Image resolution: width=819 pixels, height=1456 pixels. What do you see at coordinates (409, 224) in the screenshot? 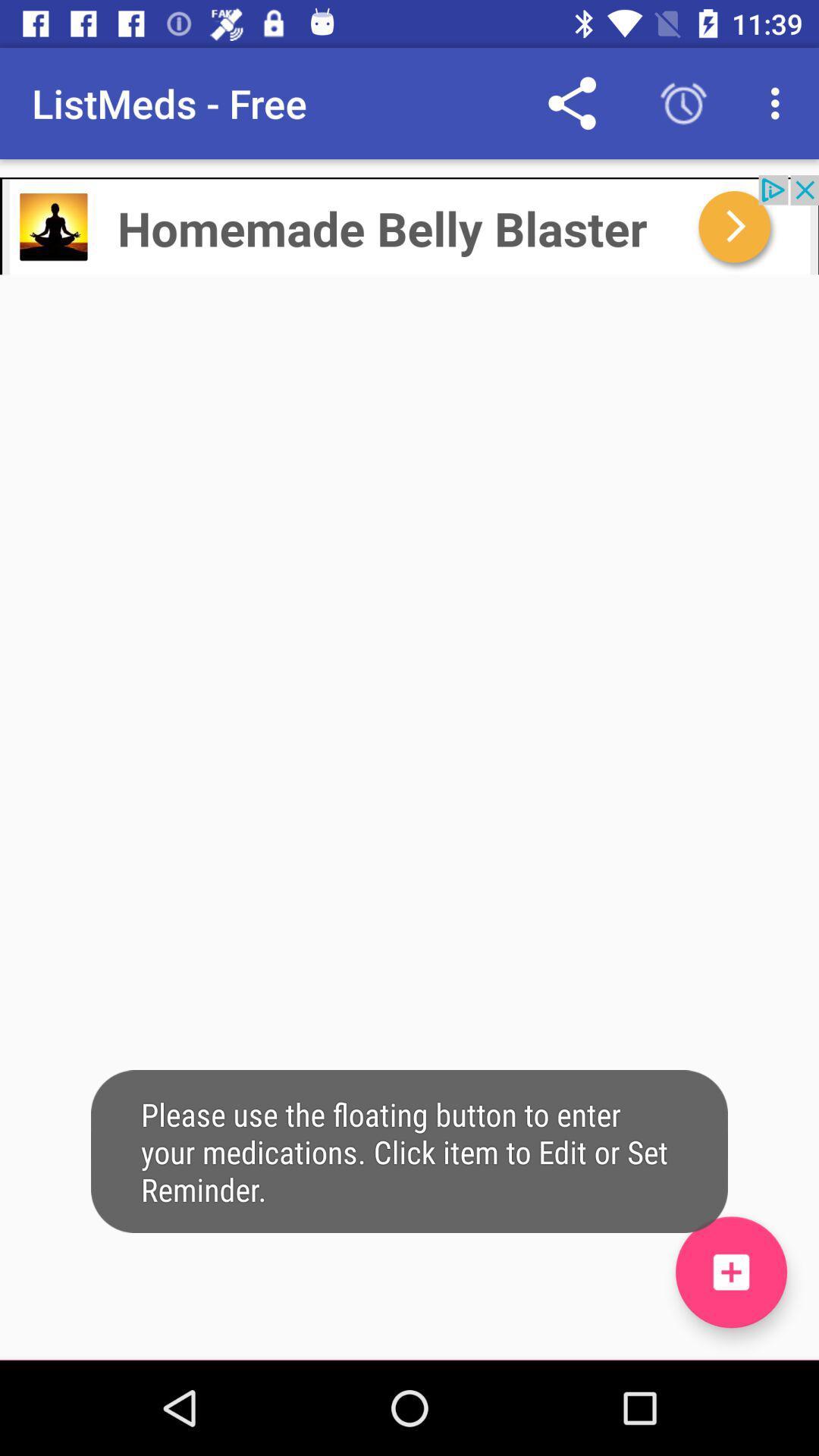
I see `open advertisement` at bounding box center [409, 224].